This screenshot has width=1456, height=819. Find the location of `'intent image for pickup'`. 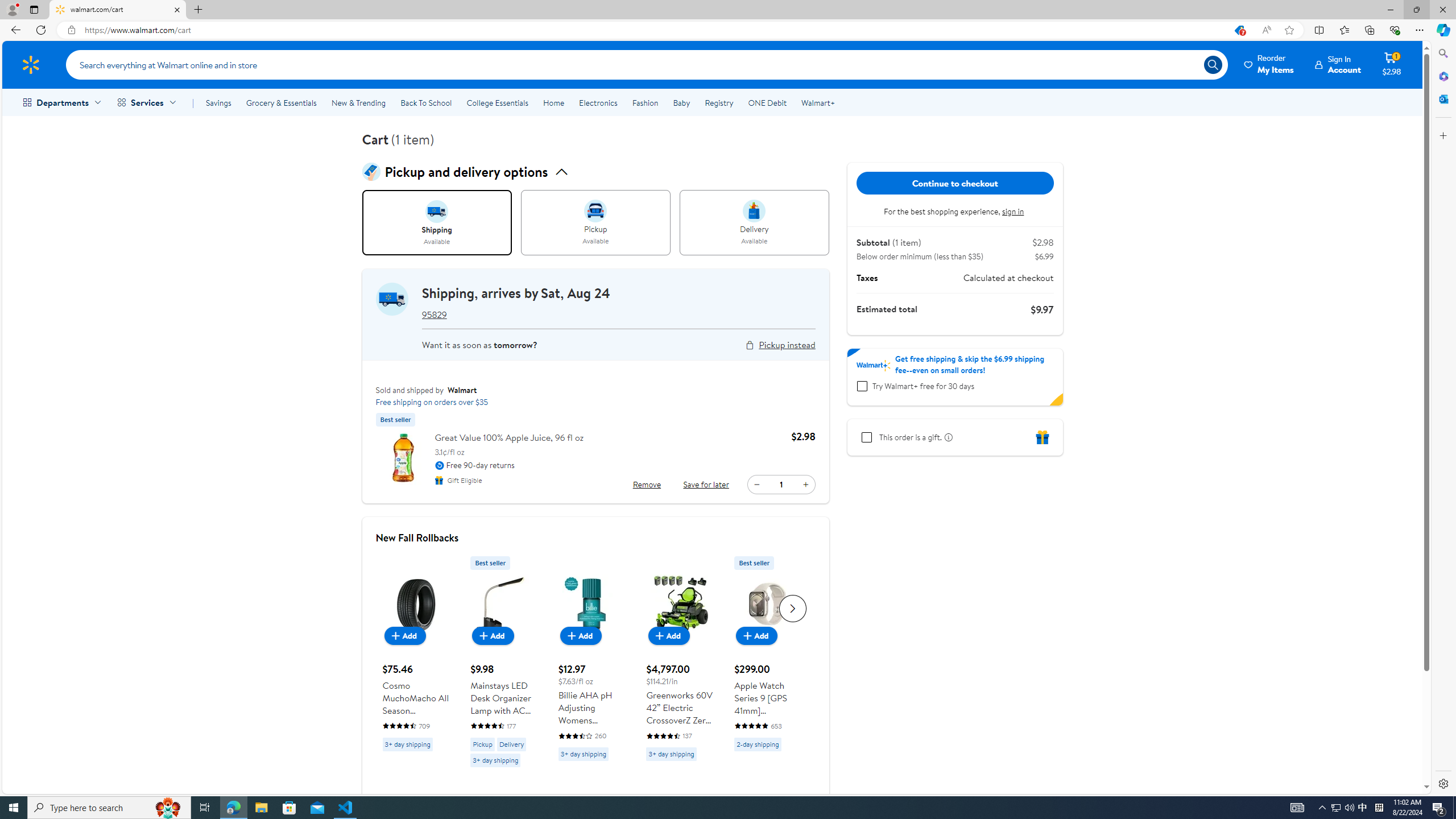

'intent image for pickup' is located at coordinates (595, 211).